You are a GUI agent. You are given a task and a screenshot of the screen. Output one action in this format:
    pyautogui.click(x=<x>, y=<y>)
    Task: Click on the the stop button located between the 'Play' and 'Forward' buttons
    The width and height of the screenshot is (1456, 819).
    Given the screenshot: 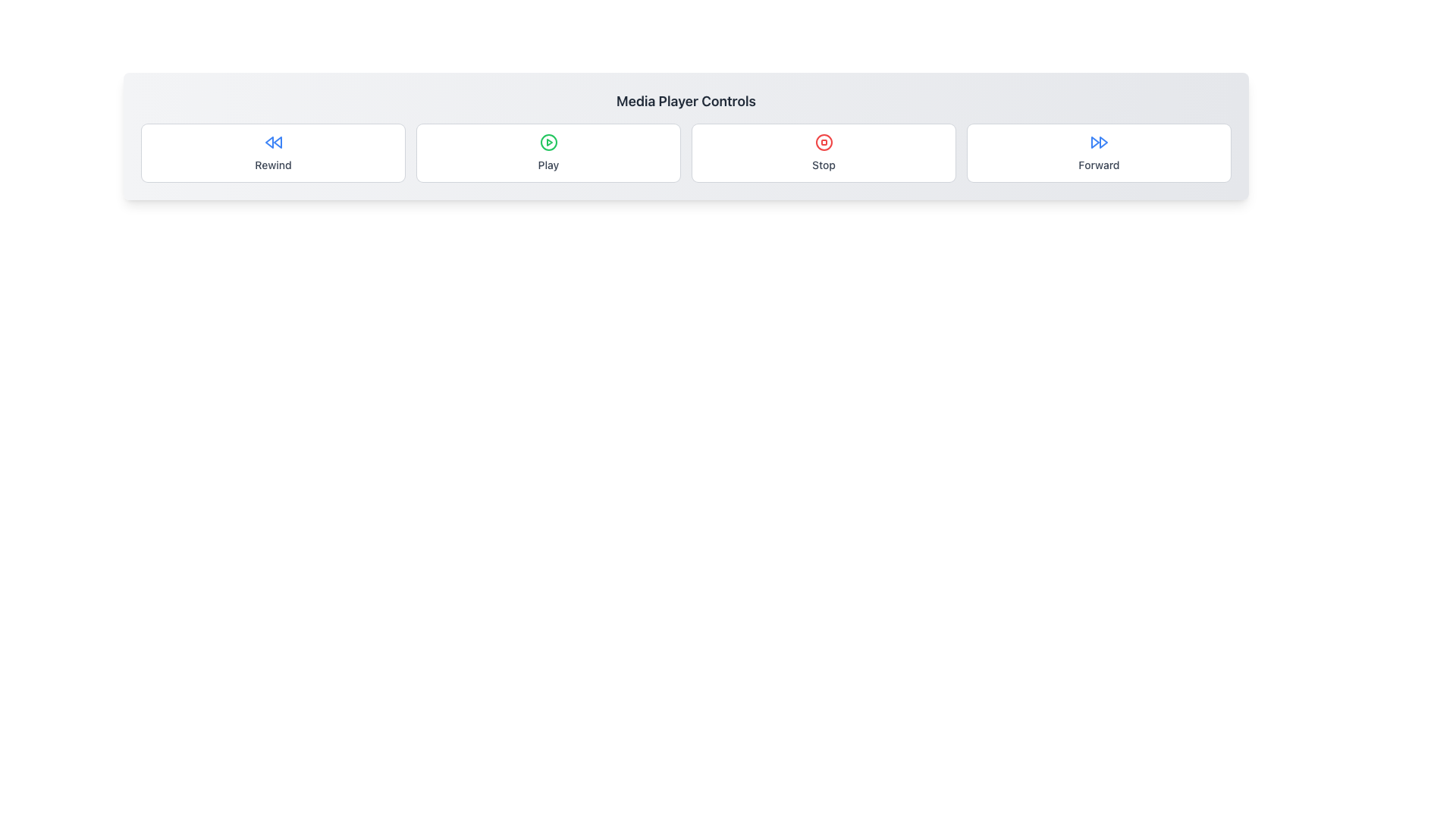 What is the action you would take?
    pyautogui.click(x=823, y=143)
    